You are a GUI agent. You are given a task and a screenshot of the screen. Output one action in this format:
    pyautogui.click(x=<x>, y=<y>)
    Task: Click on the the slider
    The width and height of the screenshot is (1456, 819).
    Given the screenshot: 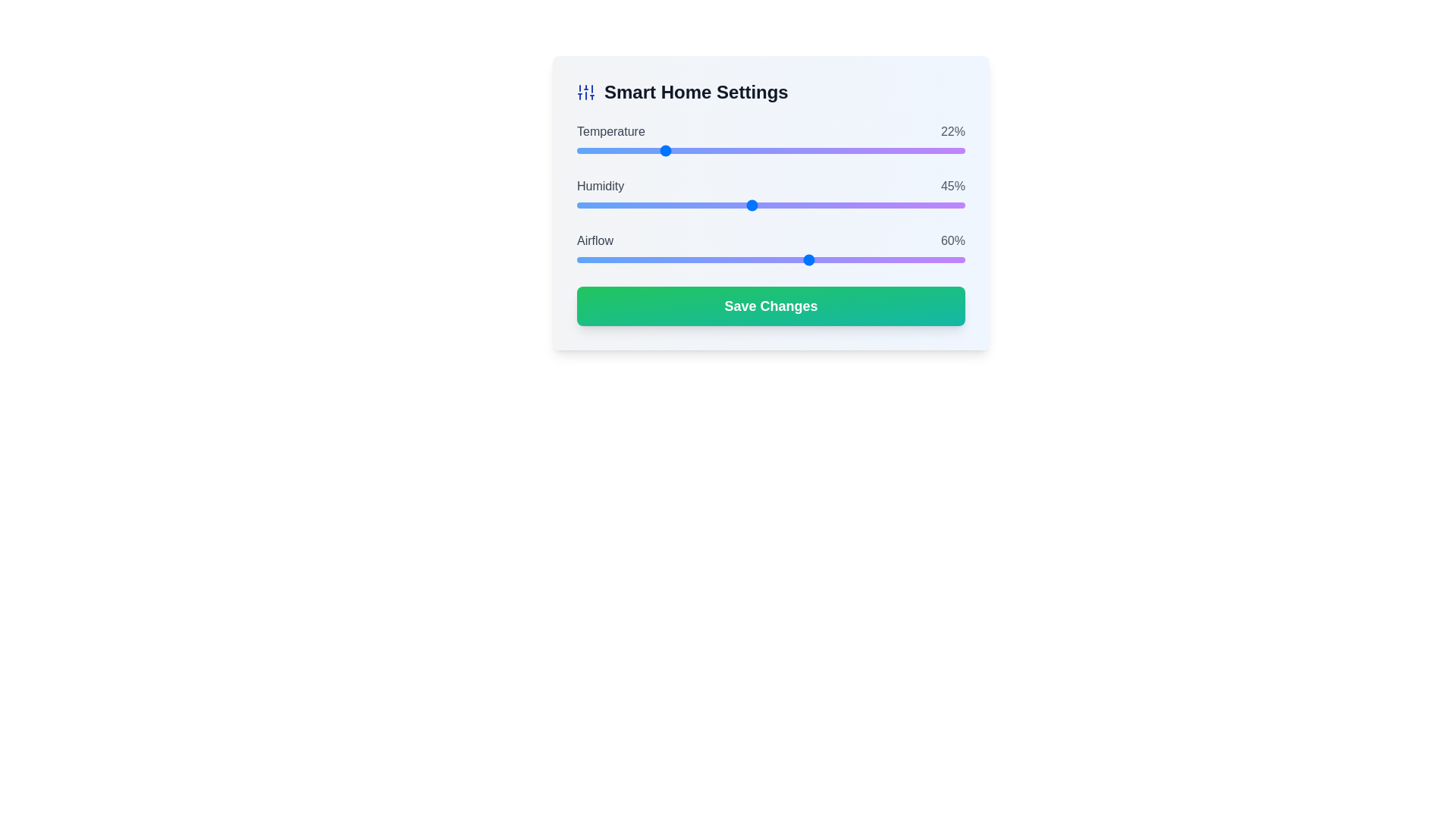 What is the action you would take?
    pyautogui.click(x=631, y=151)
    